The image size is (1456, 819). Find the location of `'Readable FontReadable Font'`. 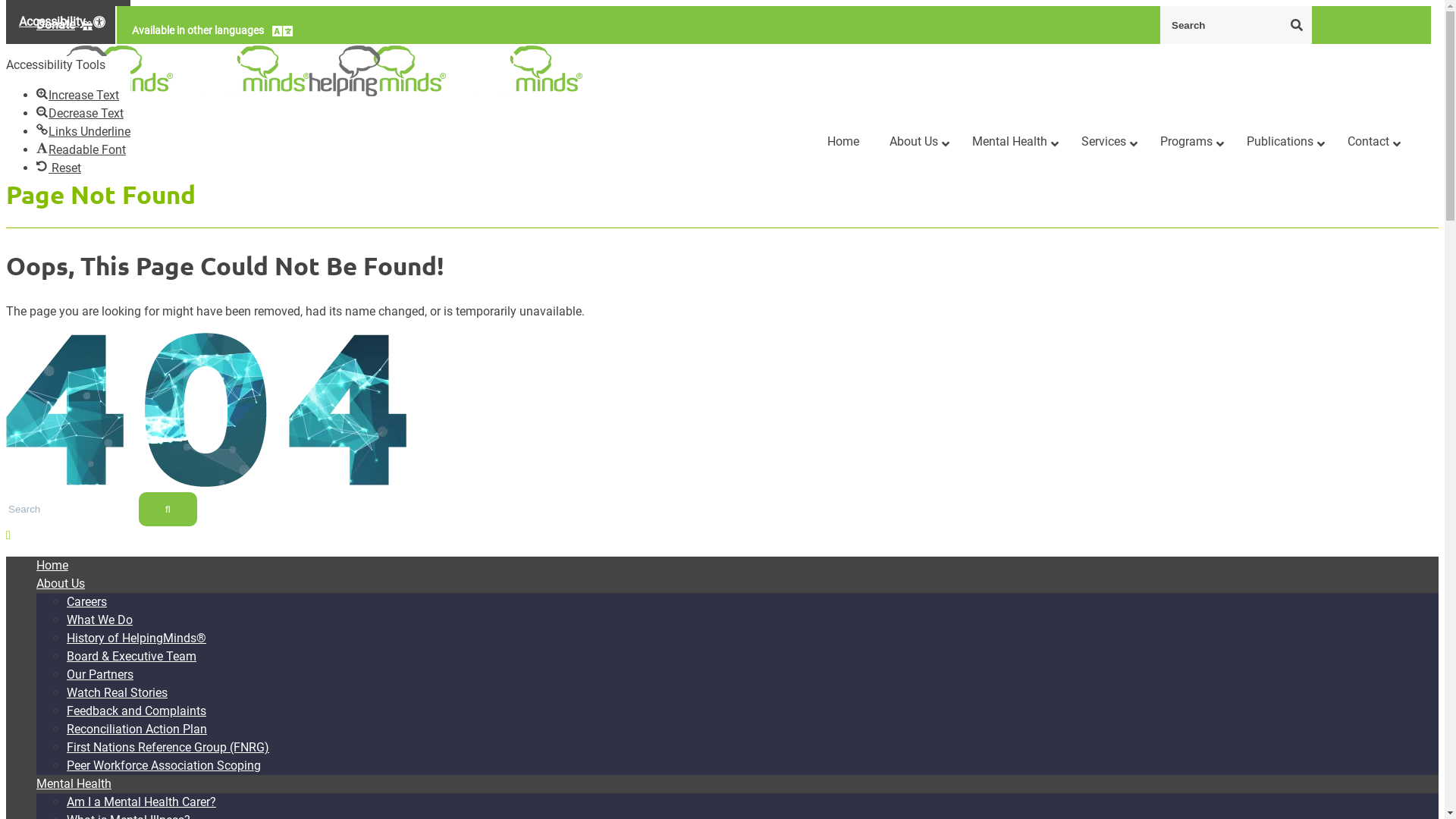

'Readable FontReadable Font' is located at coordinates (80, 149).